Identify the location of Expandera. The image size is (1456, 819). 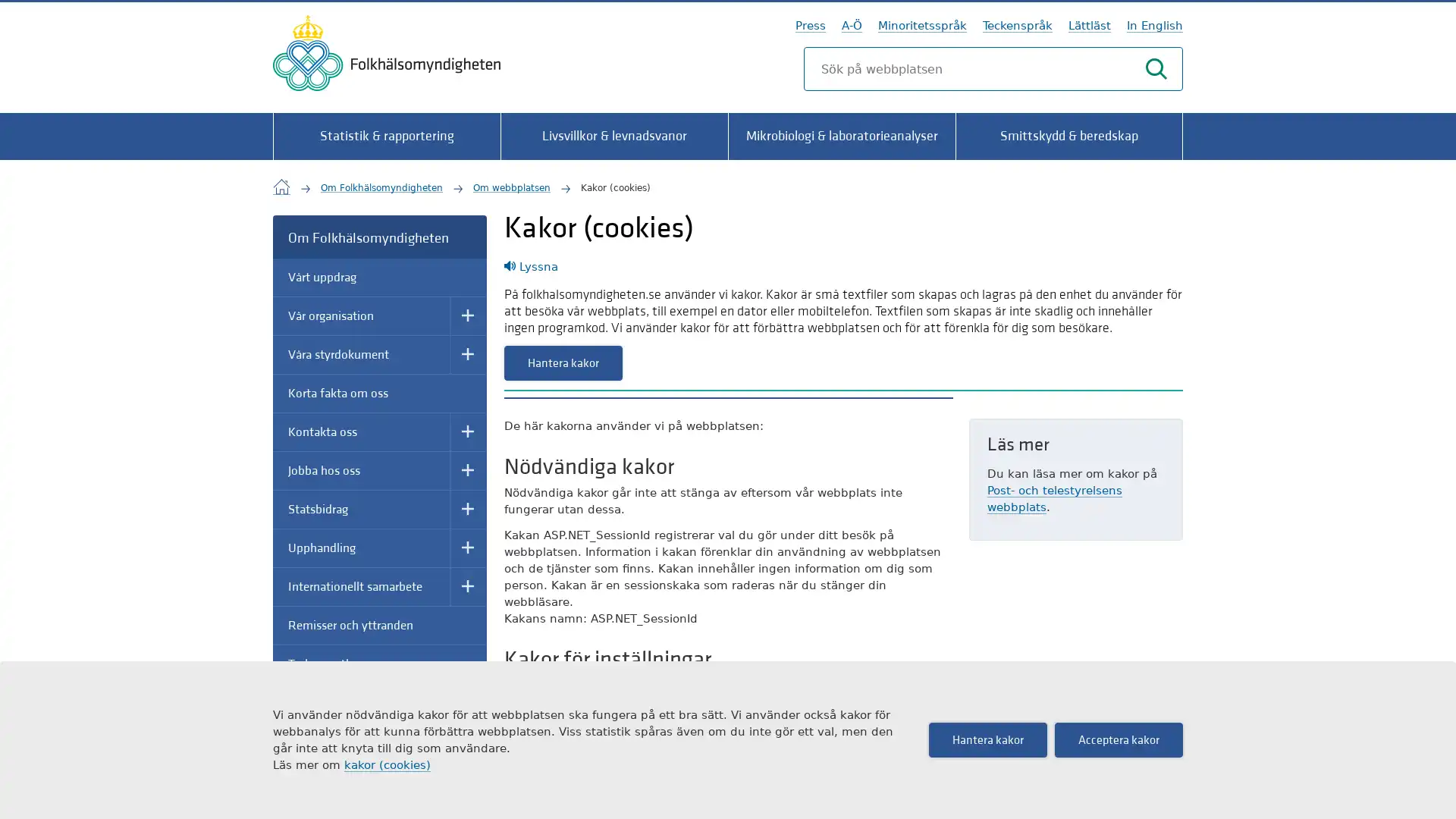
(467, 702).